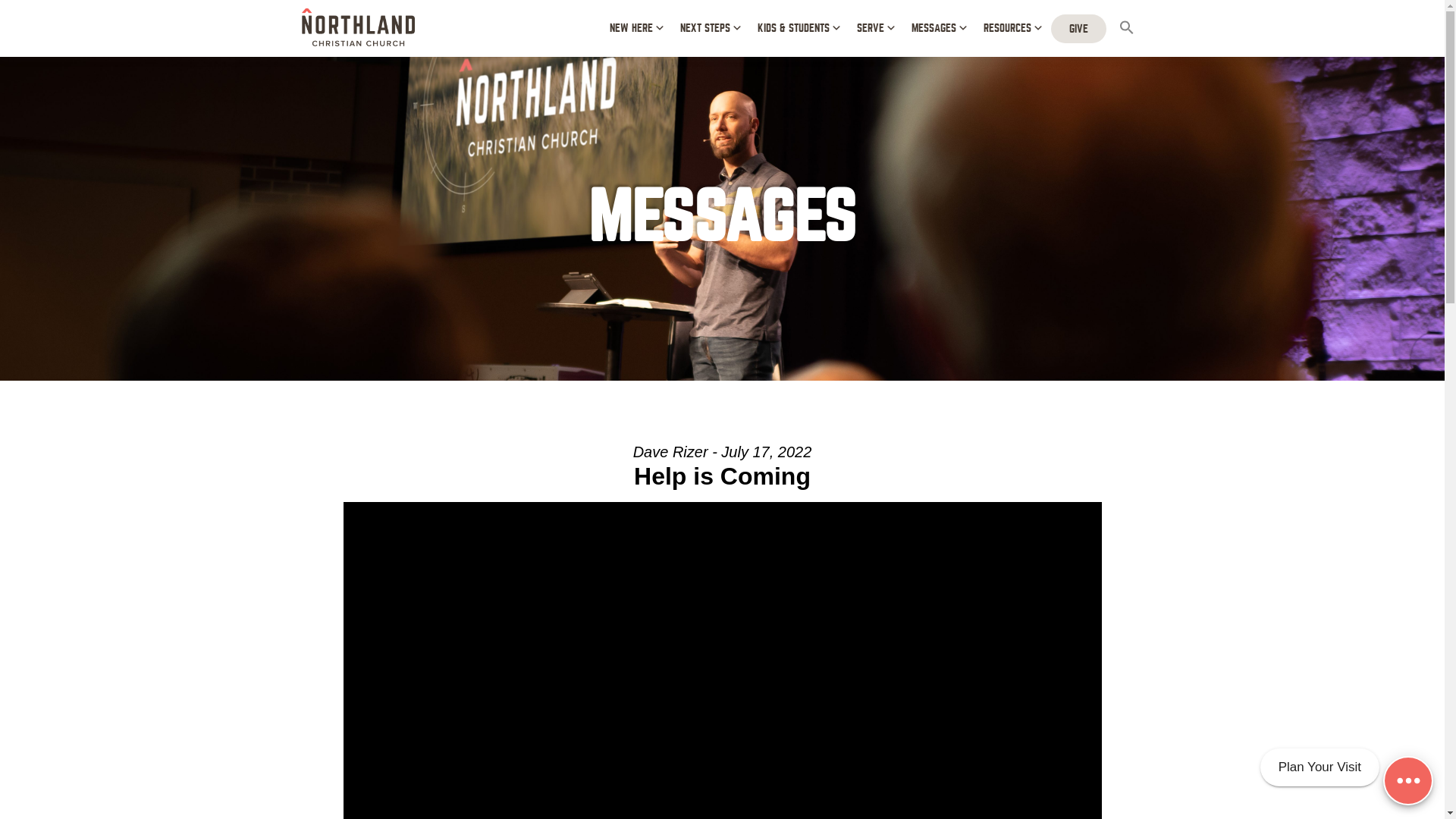 The width and height of the screenshot is (1456, 819). Describe the element at coordinates (937, 28) in the screenshot. I see `'MESSAGES'` at that location.